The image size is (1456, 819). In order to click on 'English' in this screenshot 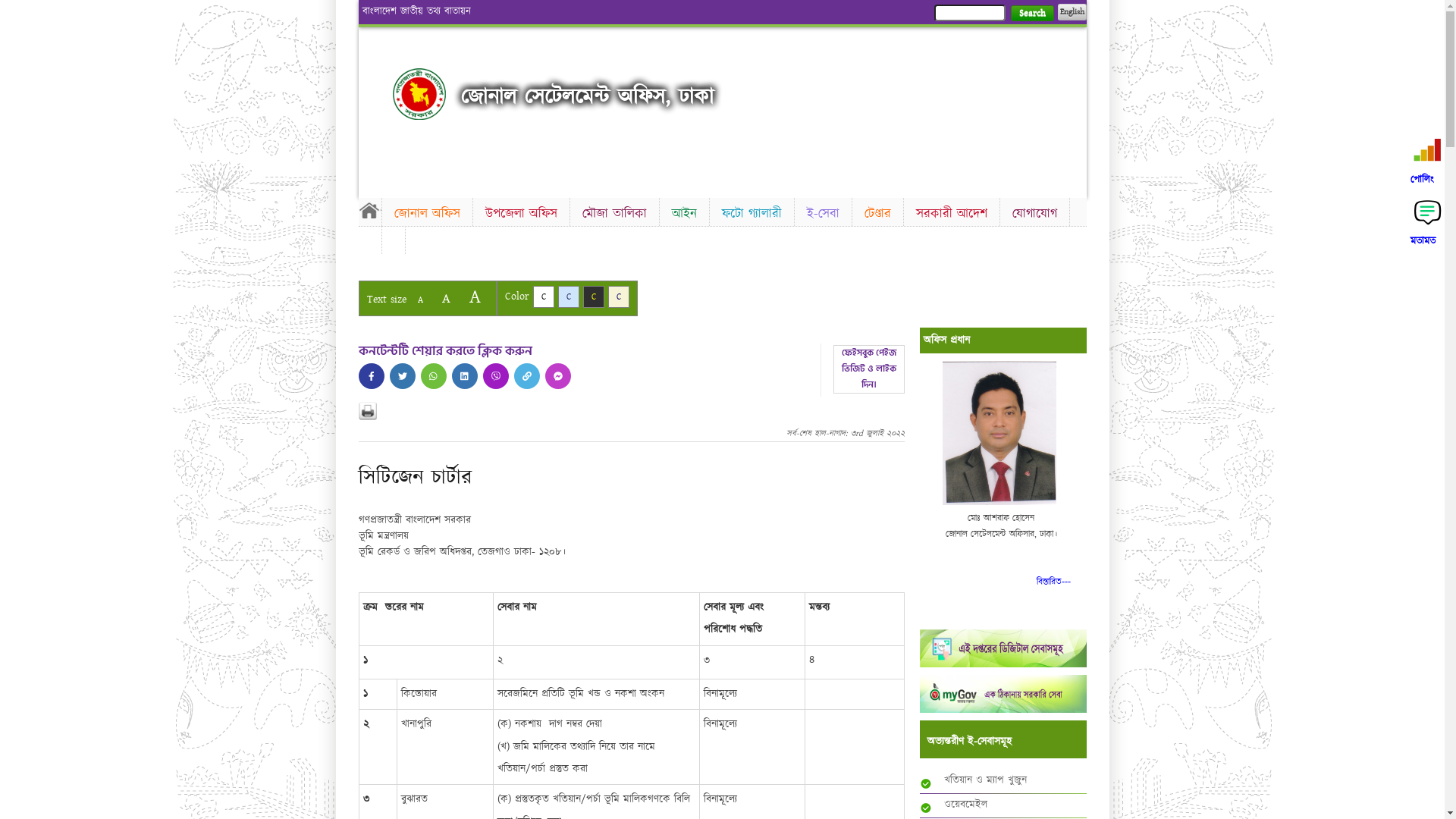, I will do `click(1070, 11)`.